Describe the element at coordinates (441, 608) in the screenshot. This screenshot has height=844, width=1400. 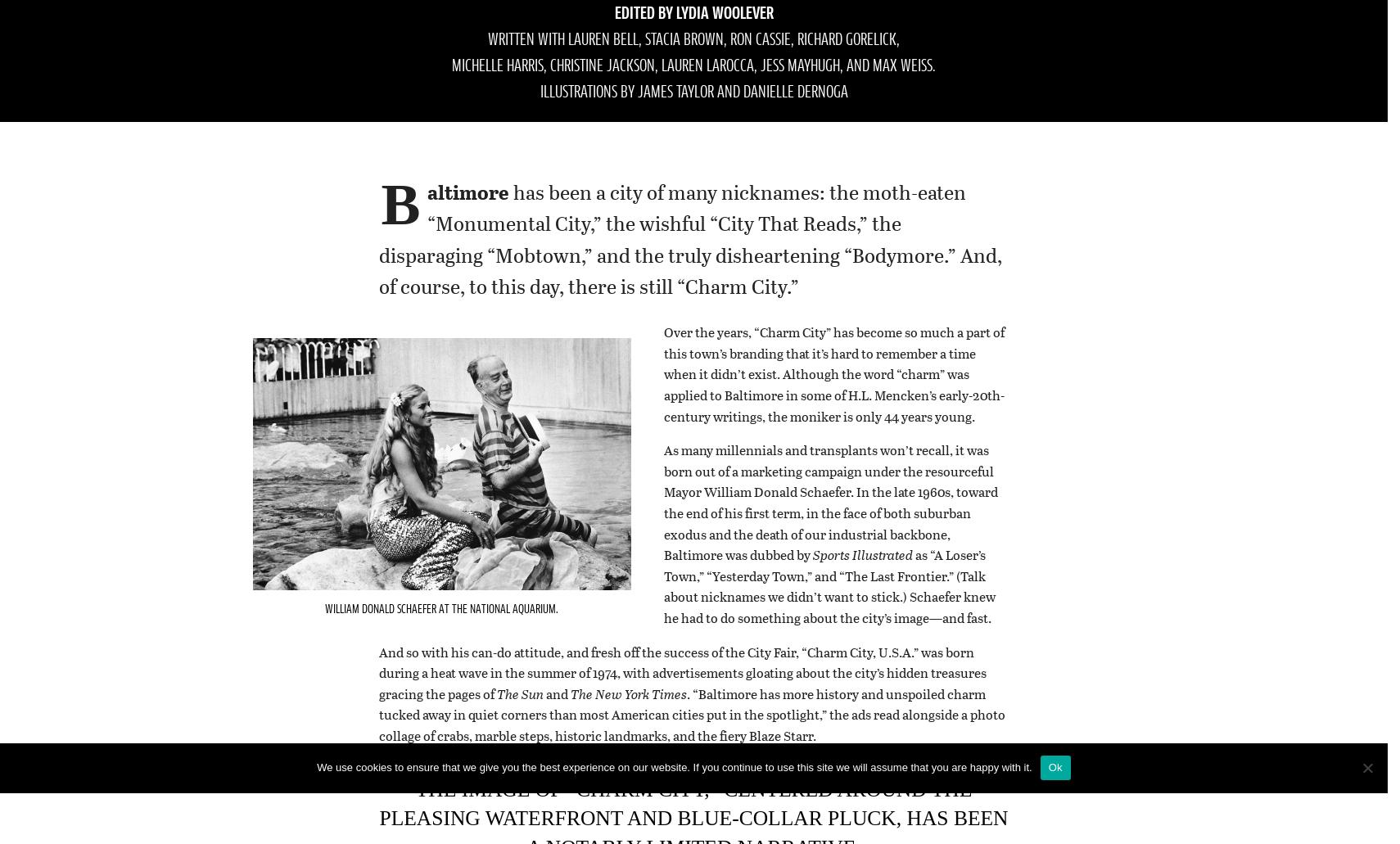
I see `'William Donald Schaefer at the National Aquarium.'` at that location.